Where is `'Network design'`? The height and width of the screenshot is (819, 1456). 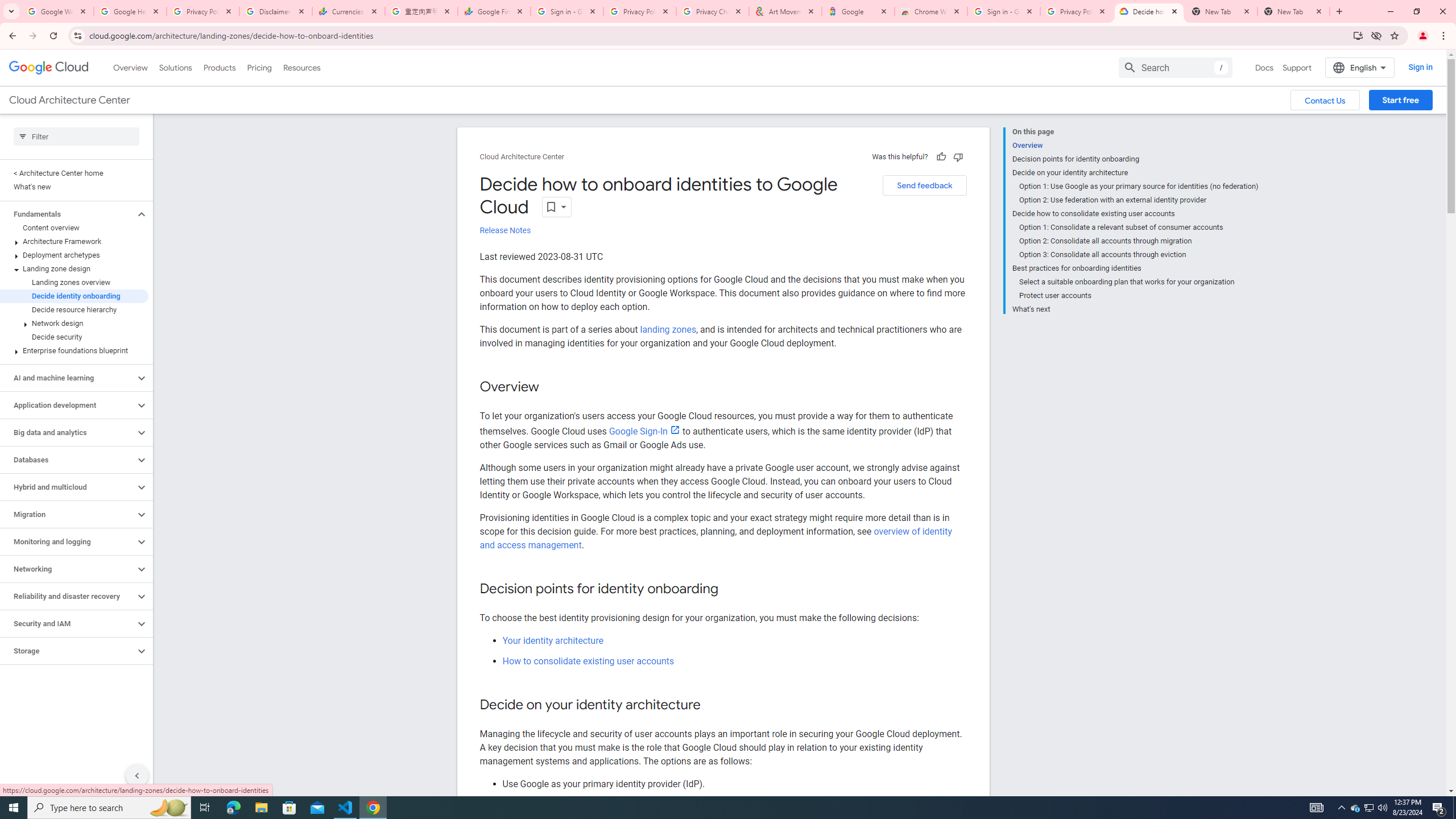
'Network design' is located at coordinates (74, 322).